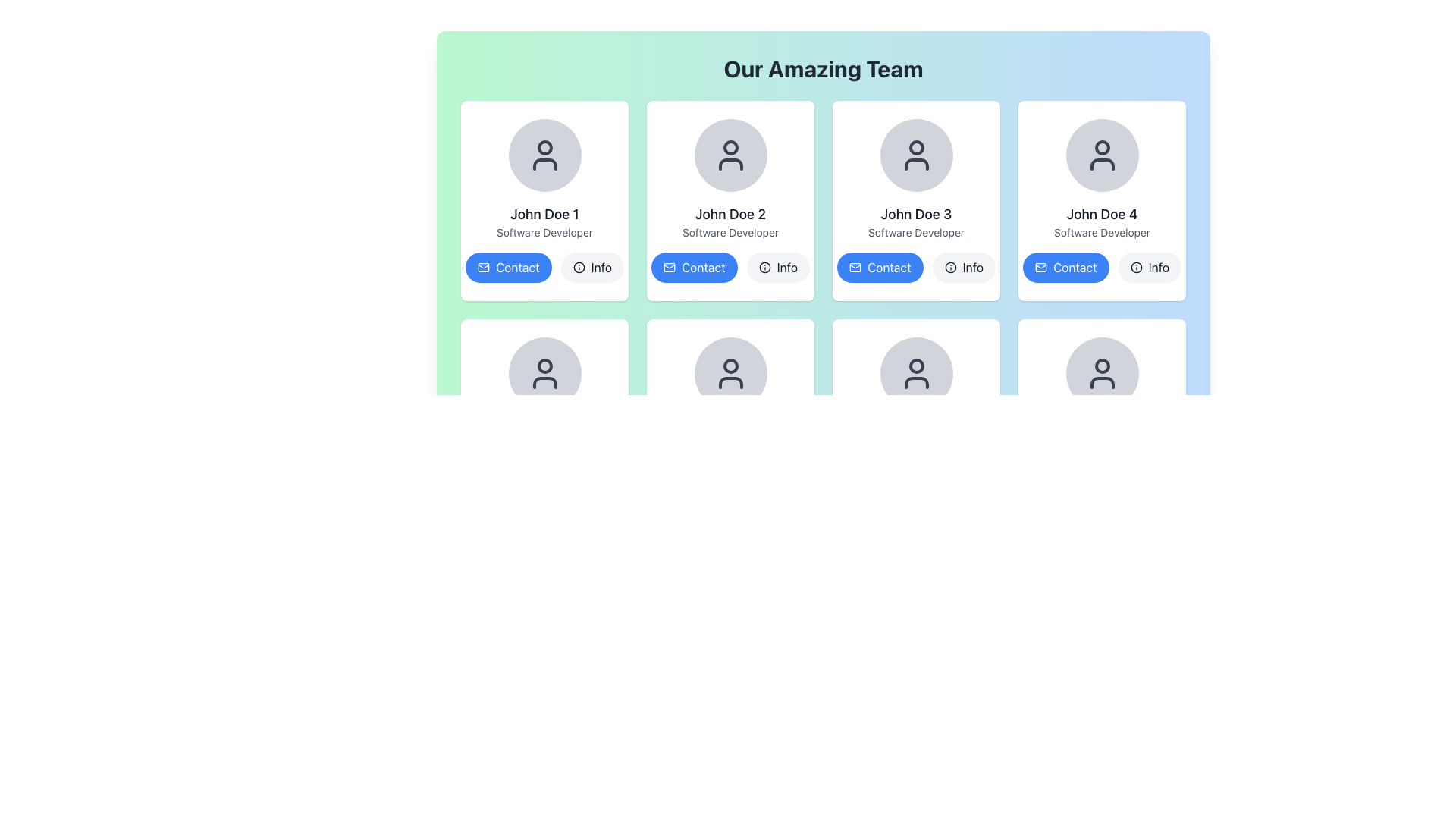 This screenshot has width=1456, height=819. What do you see at coordinates (730, 233) in the screenshot?
I see `the static text label that describes the role or title of the team member 'John Doe 2', located in the second card of the top row in the team member grid` at bounding box center [730, 233].